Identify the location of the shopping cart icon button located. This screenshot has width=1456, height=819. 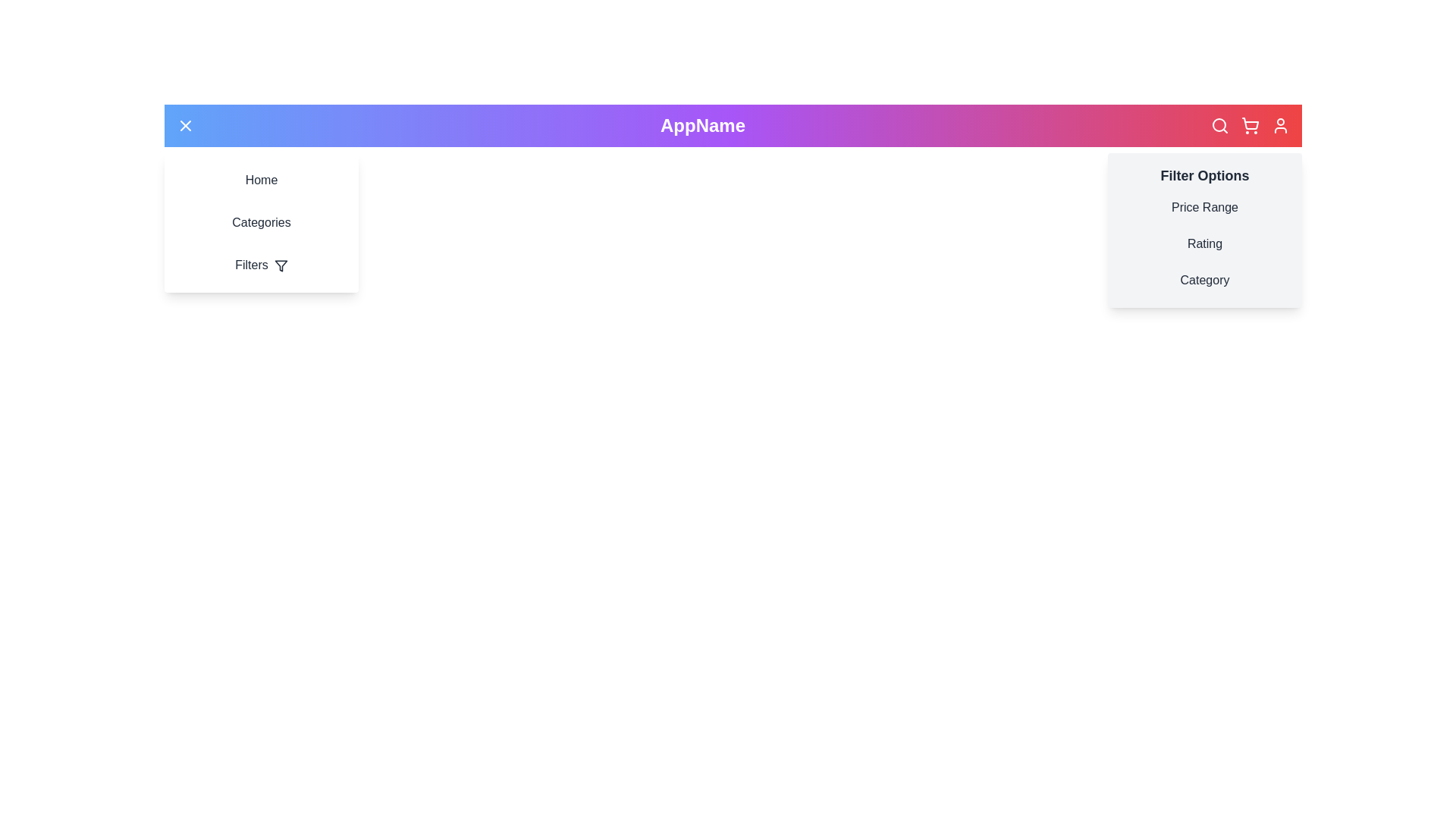
(1250, 124).